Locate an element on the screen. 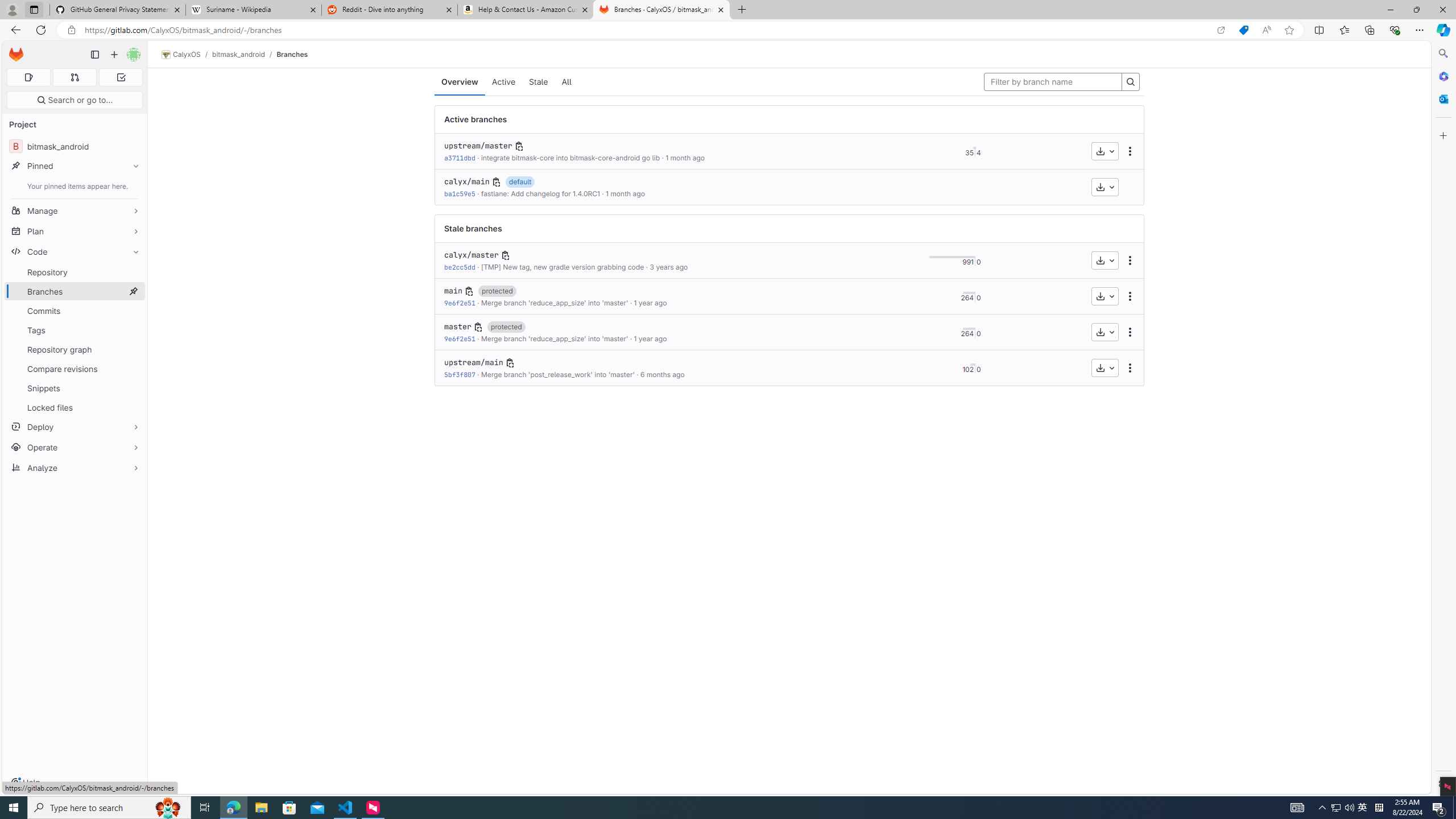  'Minimize' is located at coordinates (1389, 9).